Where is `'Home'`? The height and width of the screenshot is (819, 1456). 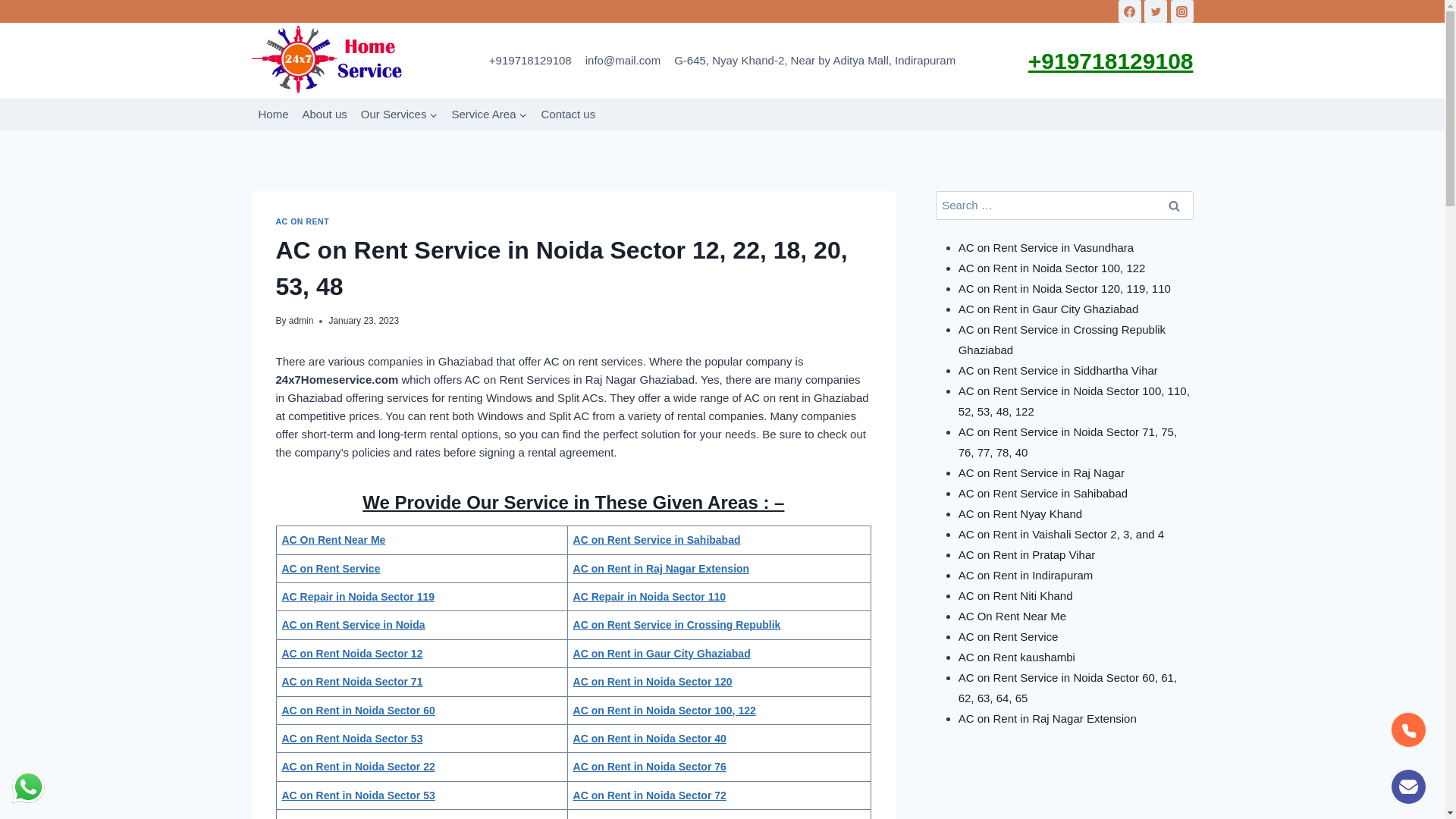 'Home' is located at coordinates (273, 113).